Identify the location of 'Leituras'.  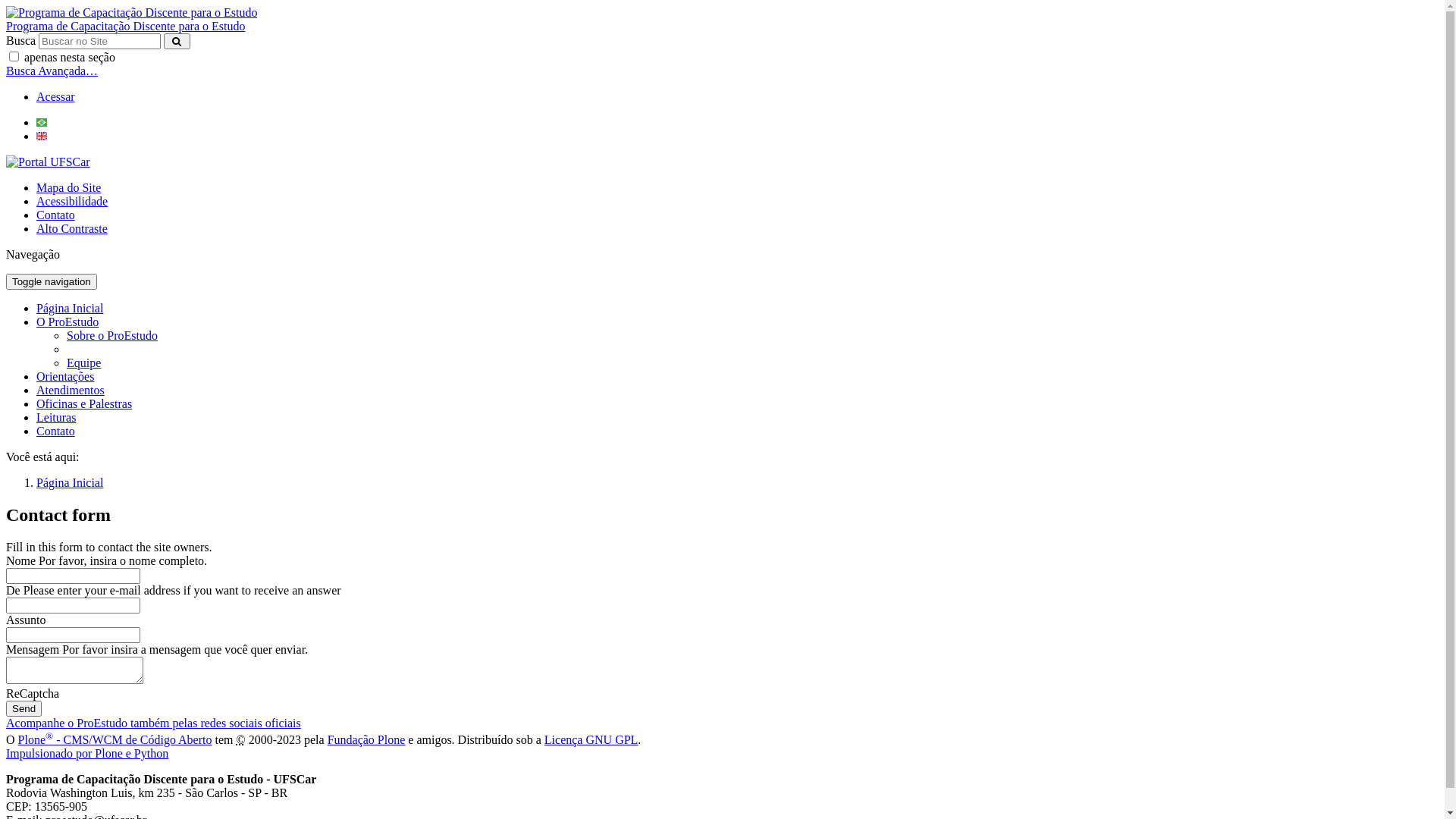
(55, 417).